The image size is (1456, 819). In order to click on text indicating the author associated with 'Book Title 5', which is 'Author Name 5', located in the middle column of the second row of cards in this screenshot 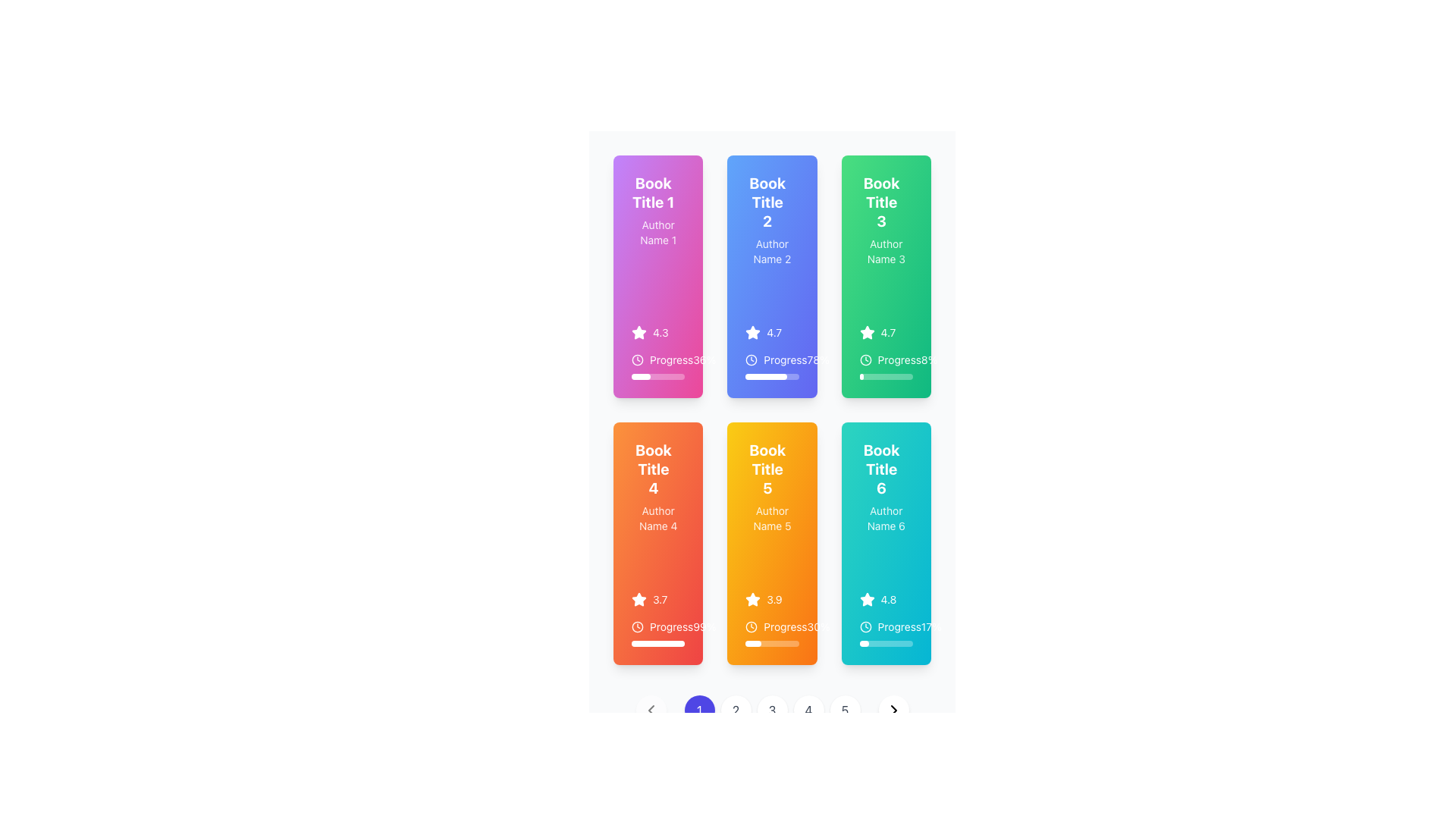, I will do `click(772, 517)`.